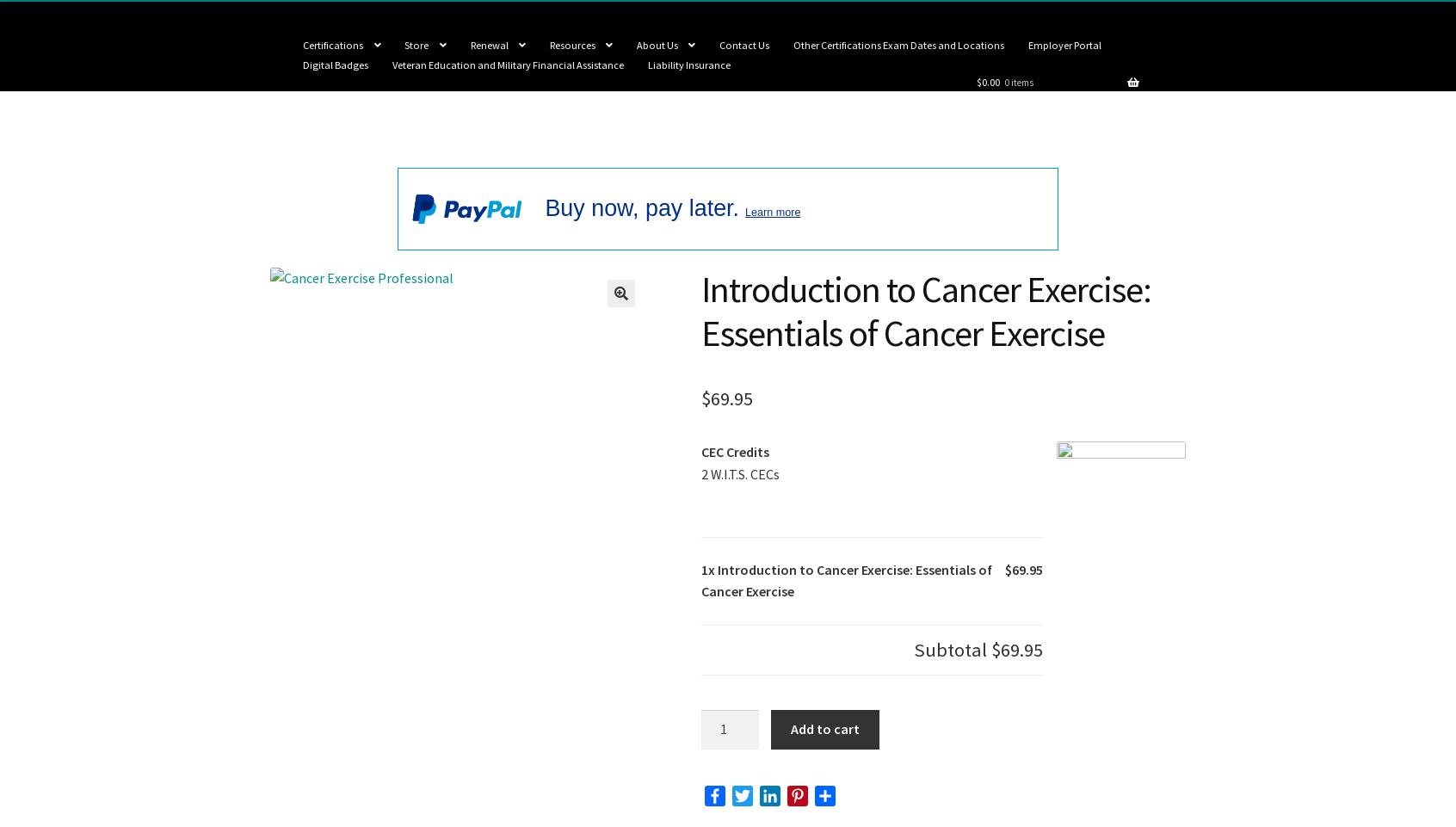  Describe the element at coordinates (980, 81) in the screenshot. I see `'0.00'` at that location.